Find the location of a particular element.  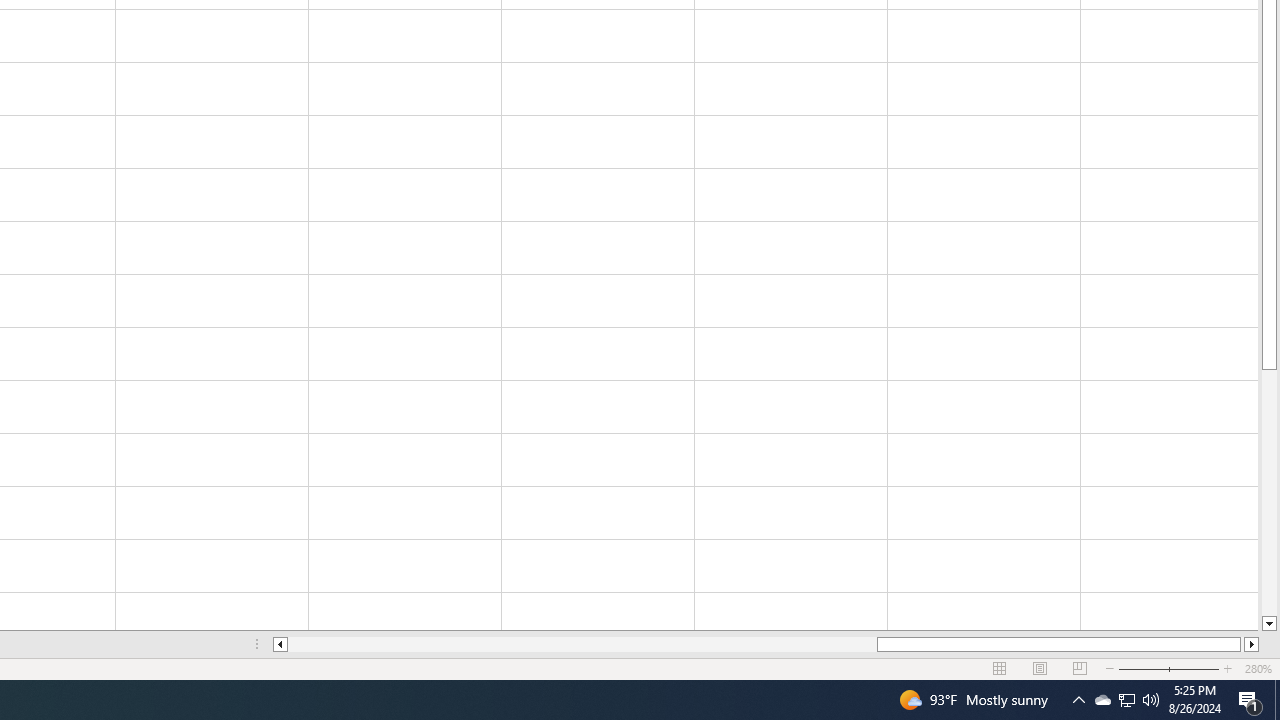

'Page Break Preview' is located at coordinates (1078, 669).